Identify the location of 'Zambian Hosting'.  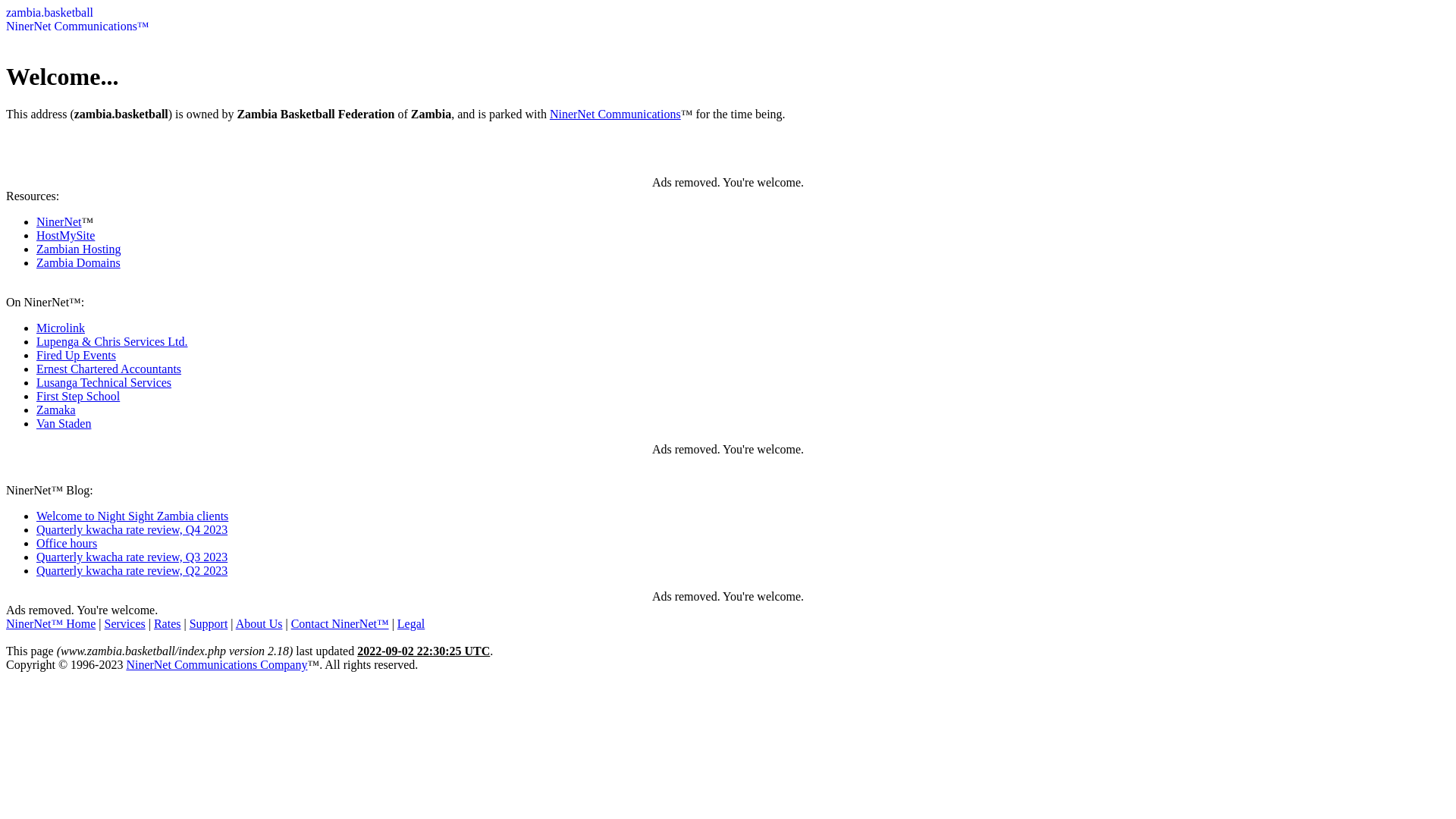
(78, 248).